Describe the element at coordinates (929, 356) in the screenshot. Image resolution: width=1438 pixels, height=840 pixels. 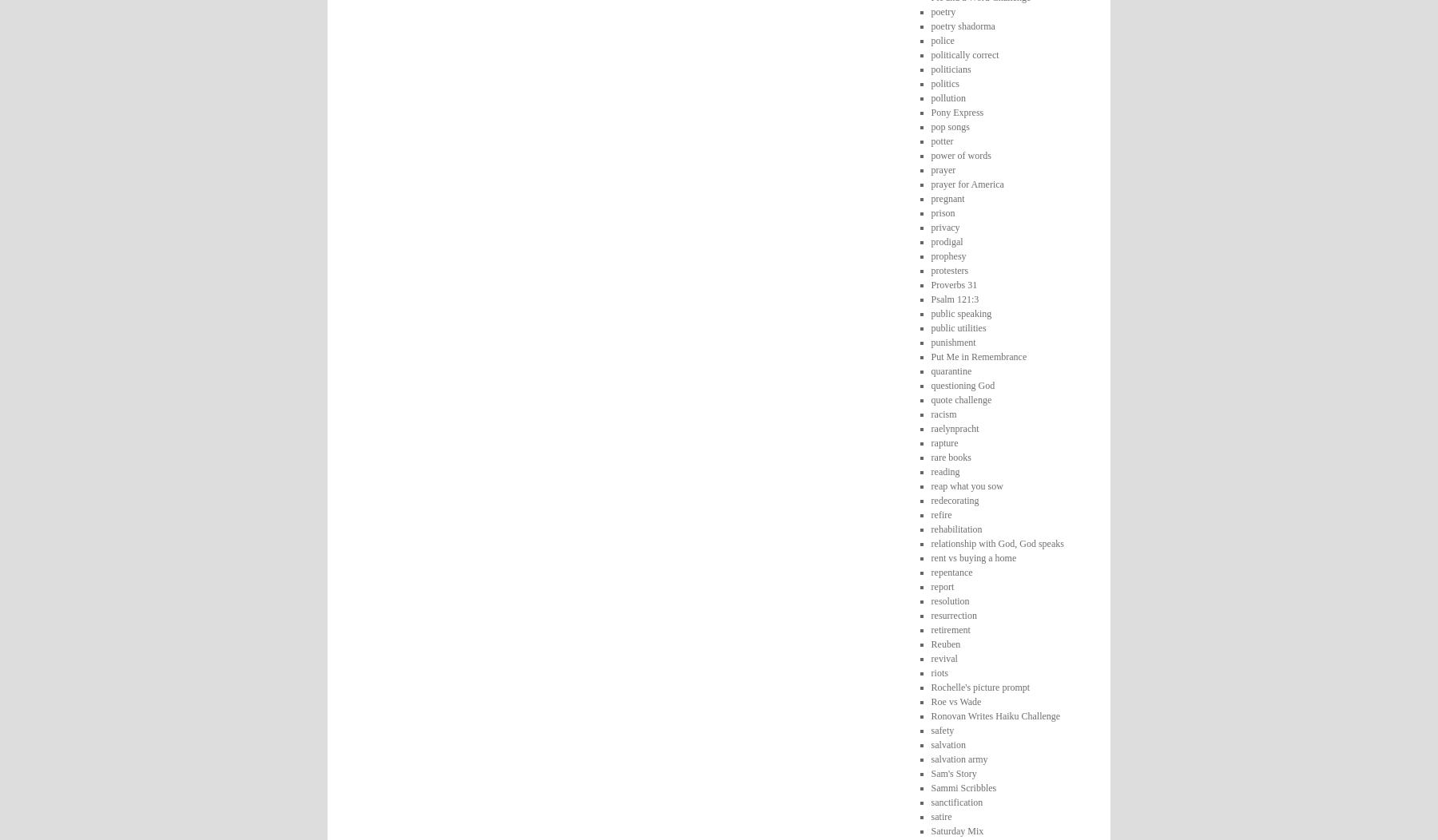
I see `'Put Me in Remembrance'` at that location.